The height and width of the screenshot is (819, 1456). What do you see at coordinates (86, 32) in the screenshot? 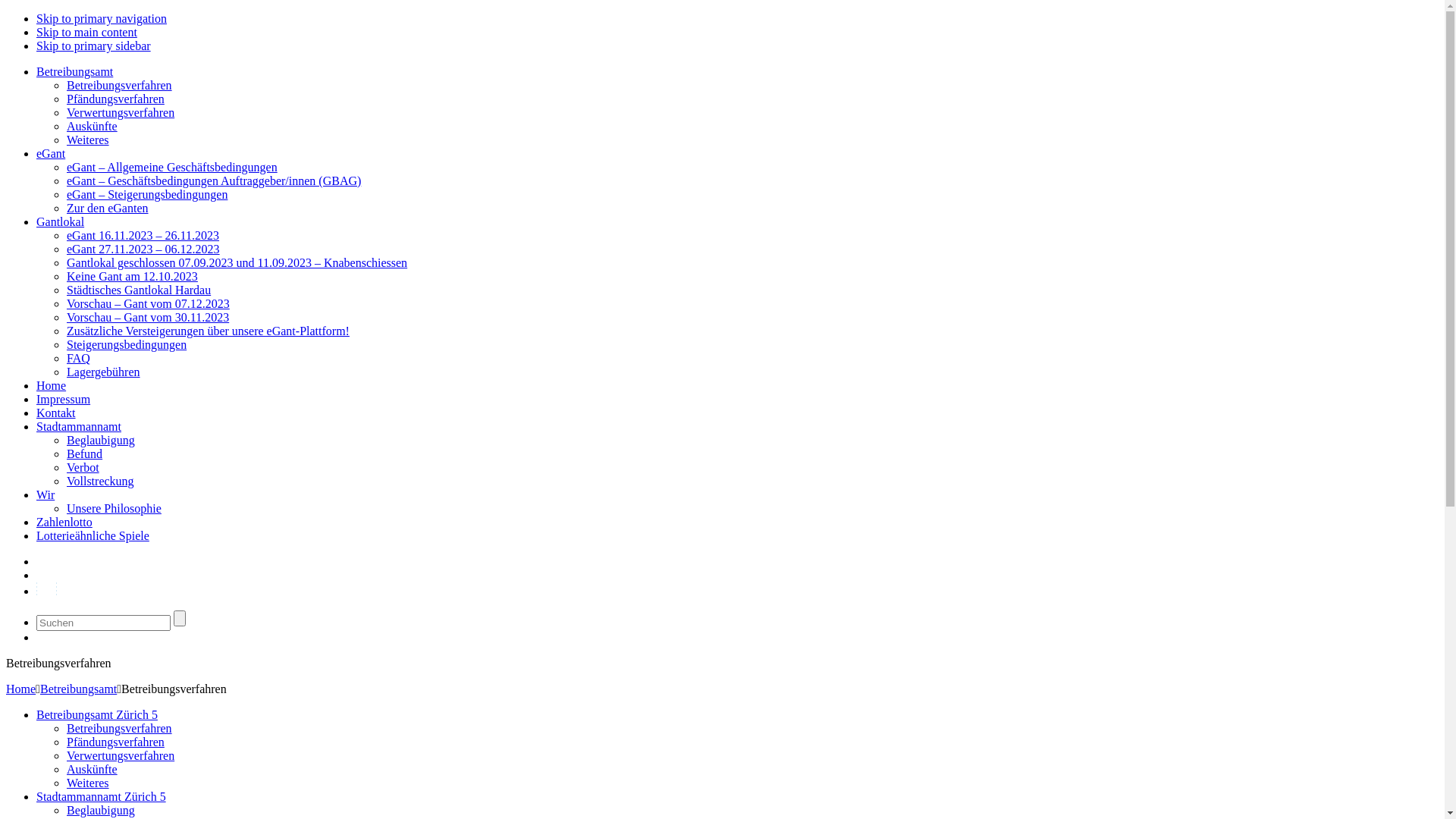
I see `'Skip to main content'` at bounding box center [86, 32].